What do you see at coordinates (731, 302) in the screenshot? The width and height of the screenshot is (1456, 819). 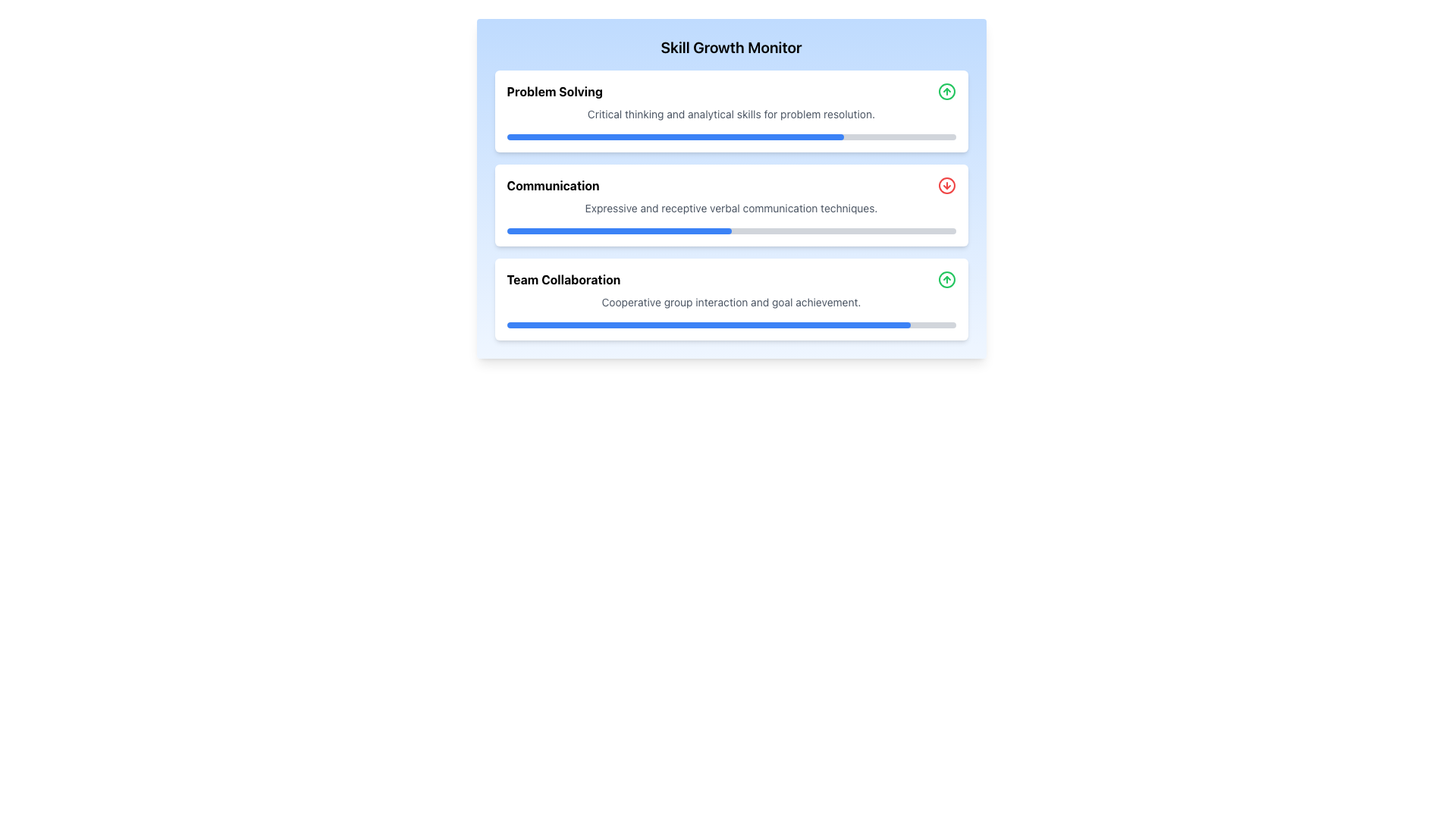 I see `the text label that describes the 'Team Collaboration' metric, positioned below the section header and above the progress bar in the third section of the interface` at bounding box center [731, 302].